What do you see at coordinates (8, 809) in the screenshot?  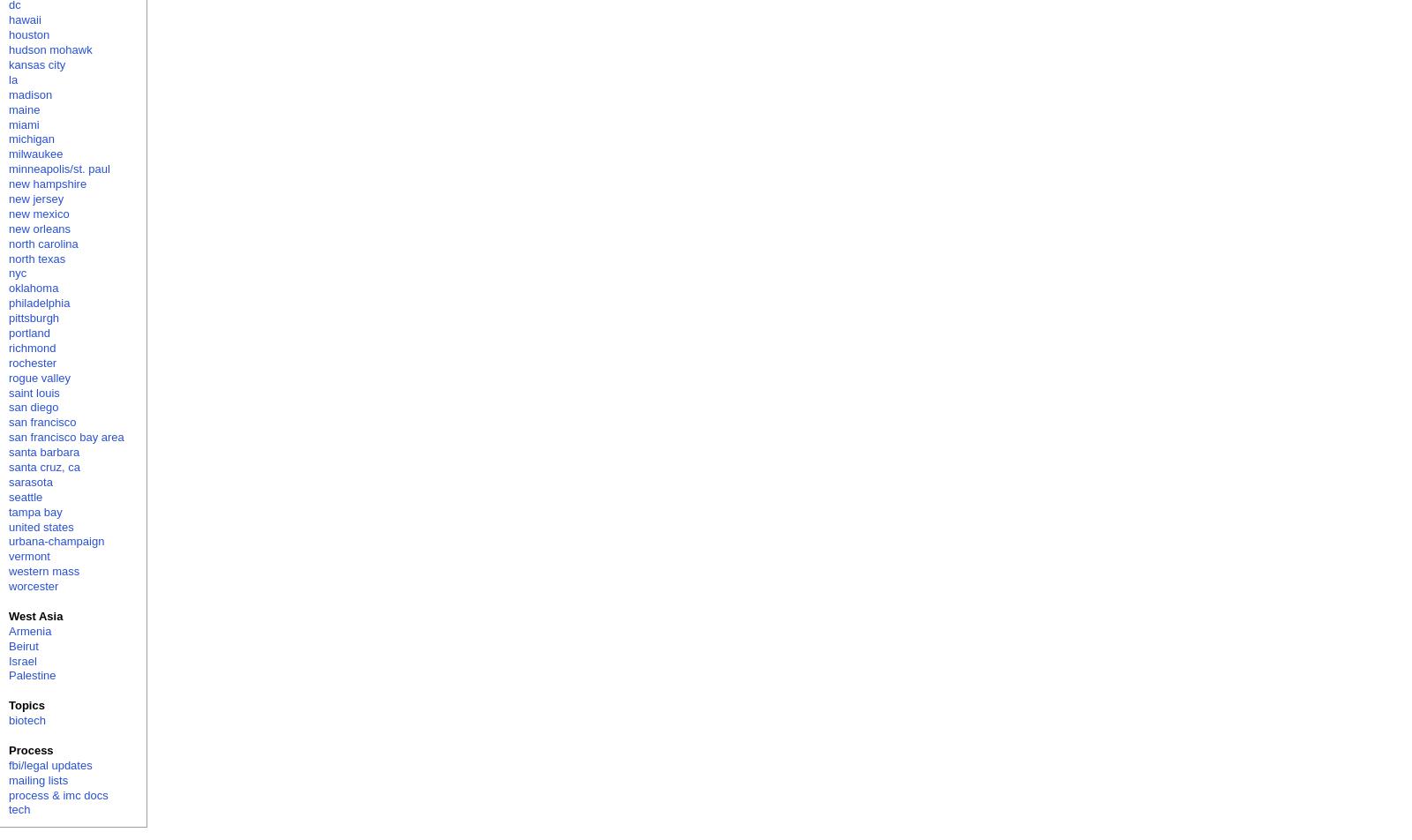 I see `'tech'` at bounding box center [8, 809].